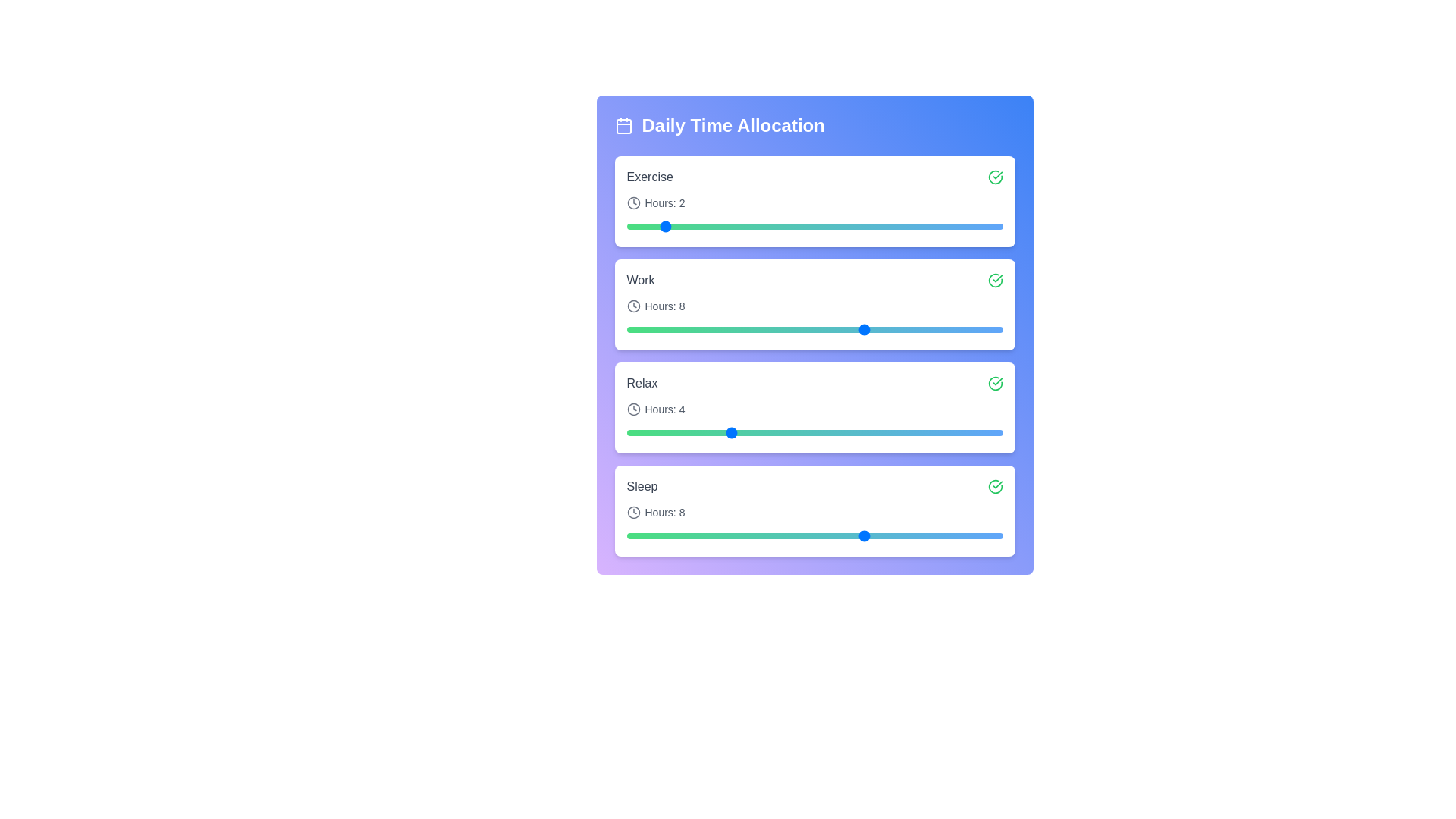 The height and width of the screenshot is (819, 1456). Describe the element at coordinates (729, 227) in the screenshot. I see `the time allocation for a task by setting the slider to 4` at that location.